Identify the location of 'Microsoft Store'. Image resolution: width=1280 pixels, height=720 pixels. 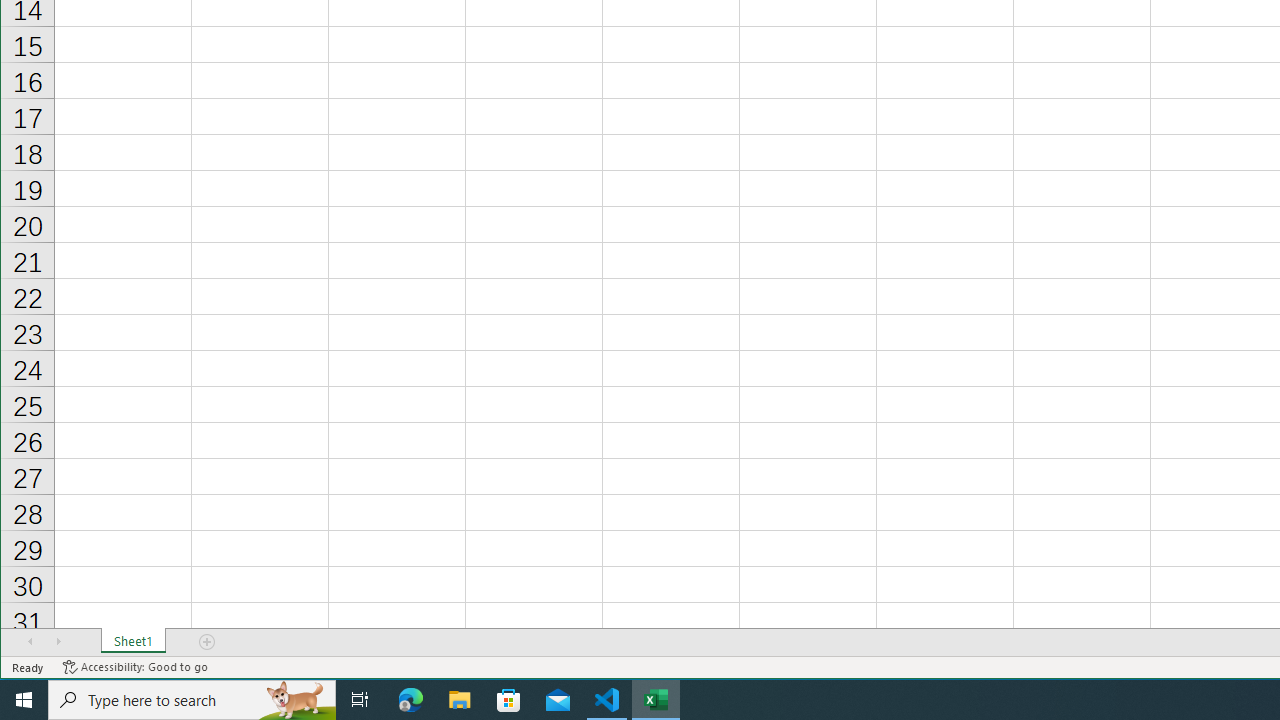
(509, 698).